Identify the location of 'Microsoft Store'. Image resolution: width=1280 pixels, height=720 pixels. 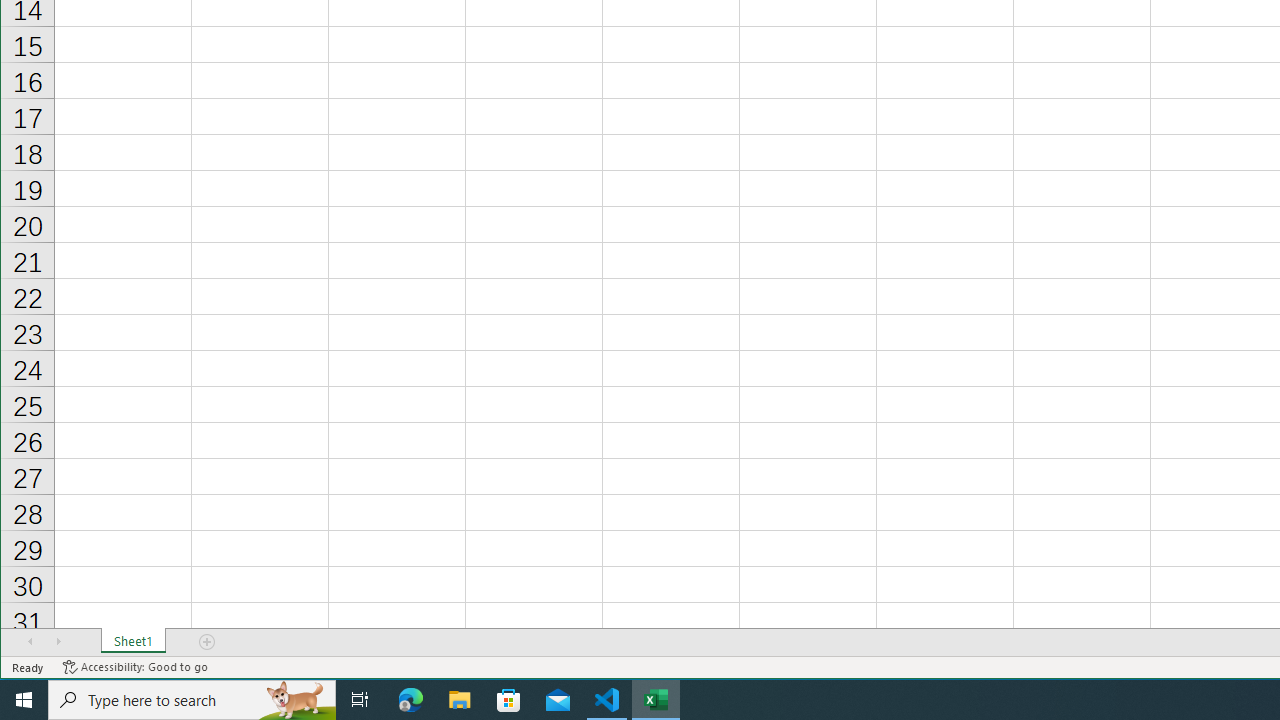
(509, 698).